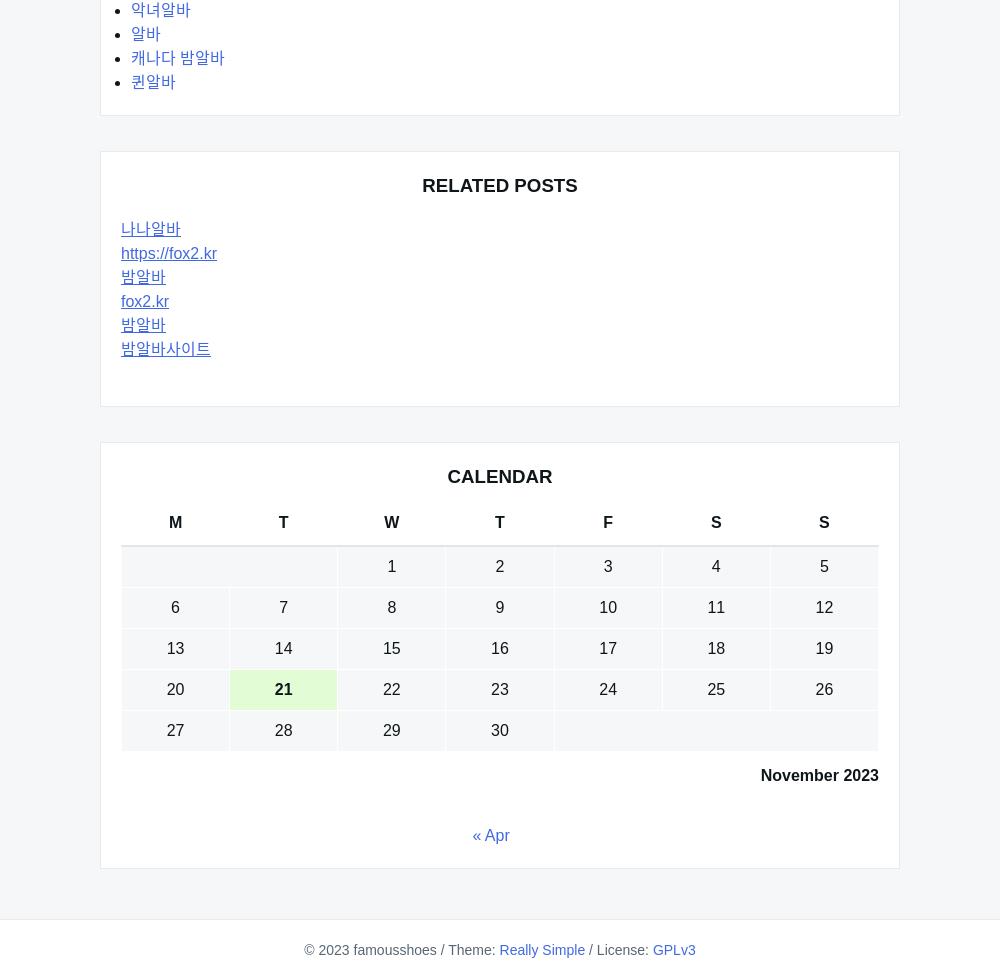 The height and width of the screenshot is (978, 1000). I want to click on '3', so click(606, 566).